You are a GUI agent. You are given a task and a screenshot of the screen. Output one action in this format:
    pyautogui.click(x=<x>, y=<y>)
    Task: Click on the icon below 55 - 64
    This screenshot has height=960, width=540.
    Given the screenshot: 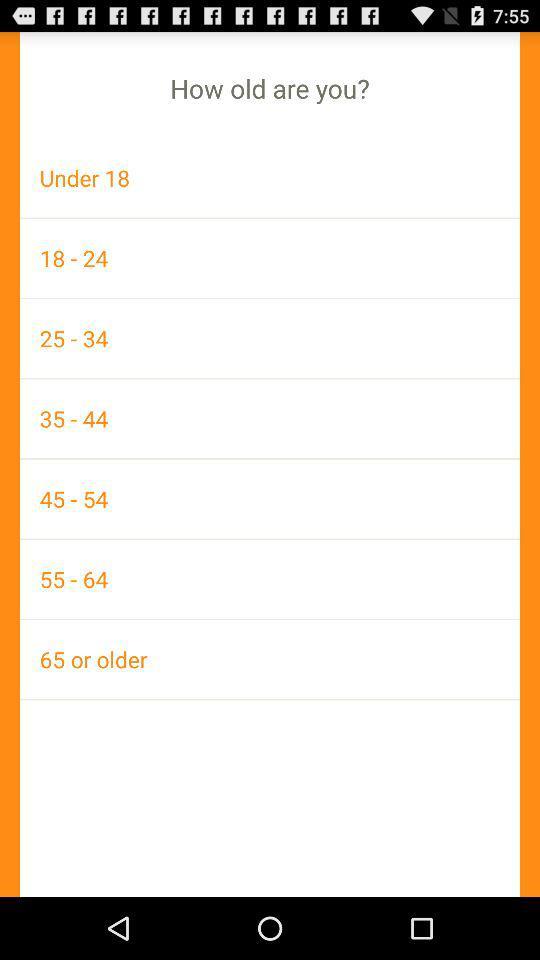 What is the action you would take?
    pyautogui.click(x=270, y=658)
    